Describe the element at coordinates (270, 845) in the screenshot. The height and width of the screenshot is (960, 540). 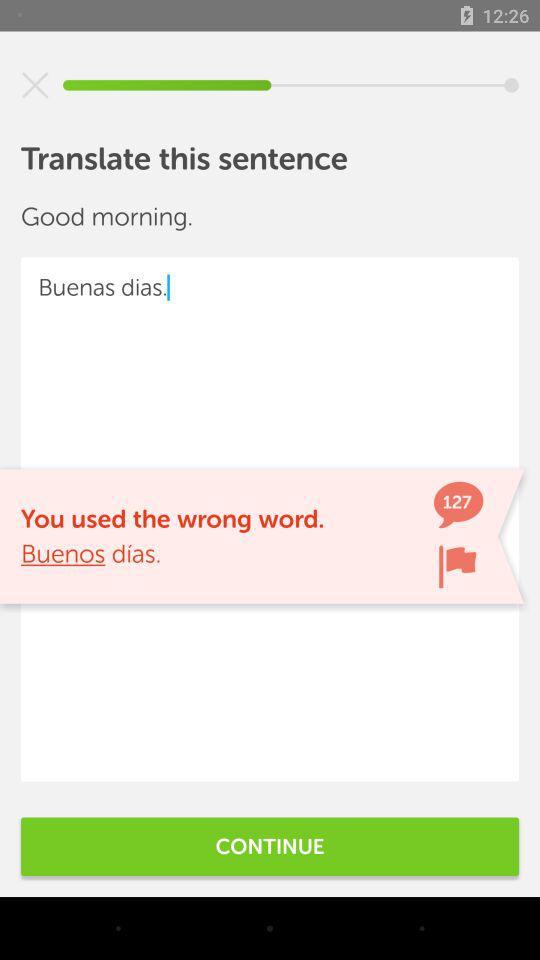
I see `the continue` at that location.